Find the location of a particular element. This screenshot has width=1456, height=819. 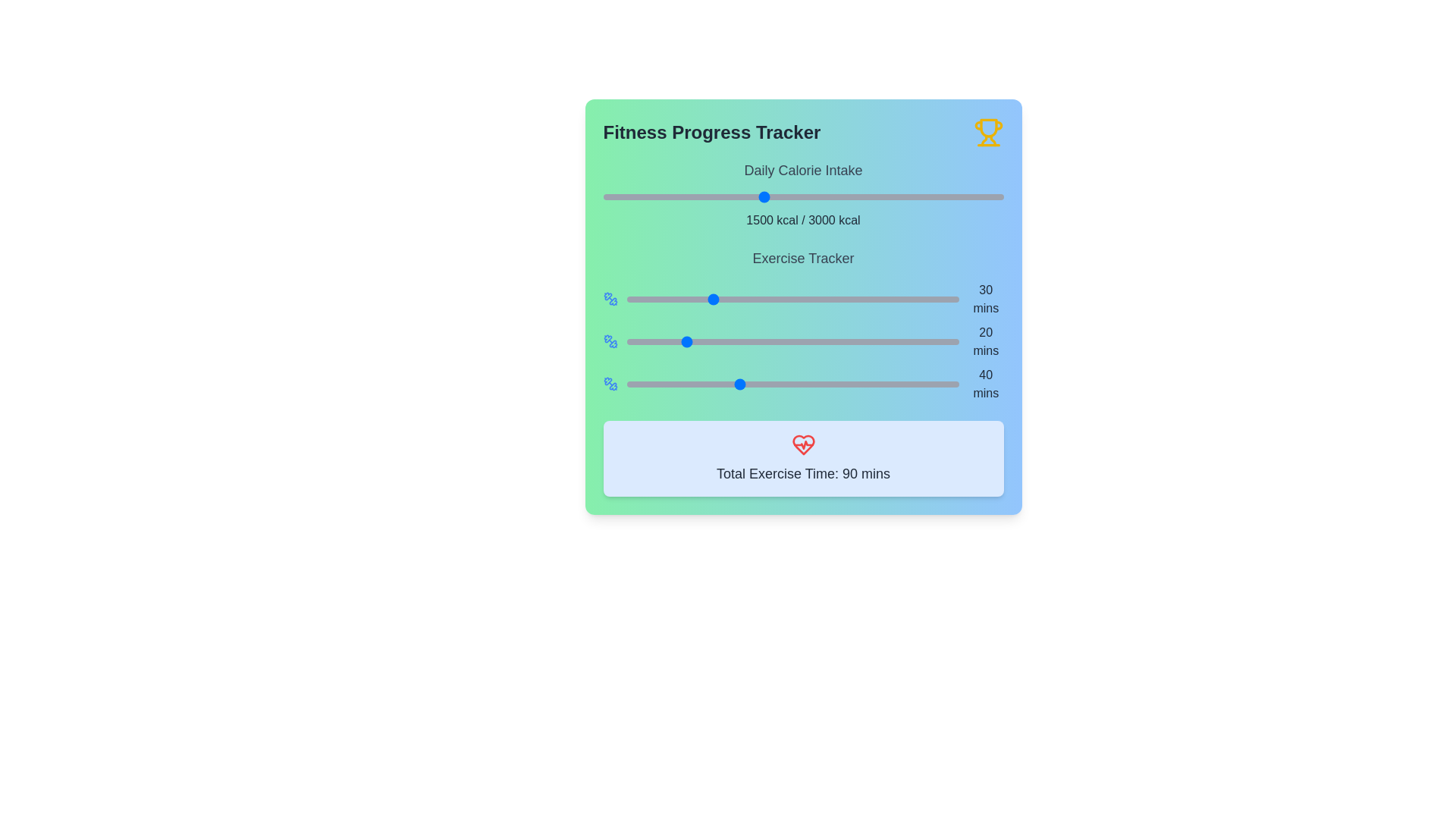

the slider value is located at coordinates (893, 342).